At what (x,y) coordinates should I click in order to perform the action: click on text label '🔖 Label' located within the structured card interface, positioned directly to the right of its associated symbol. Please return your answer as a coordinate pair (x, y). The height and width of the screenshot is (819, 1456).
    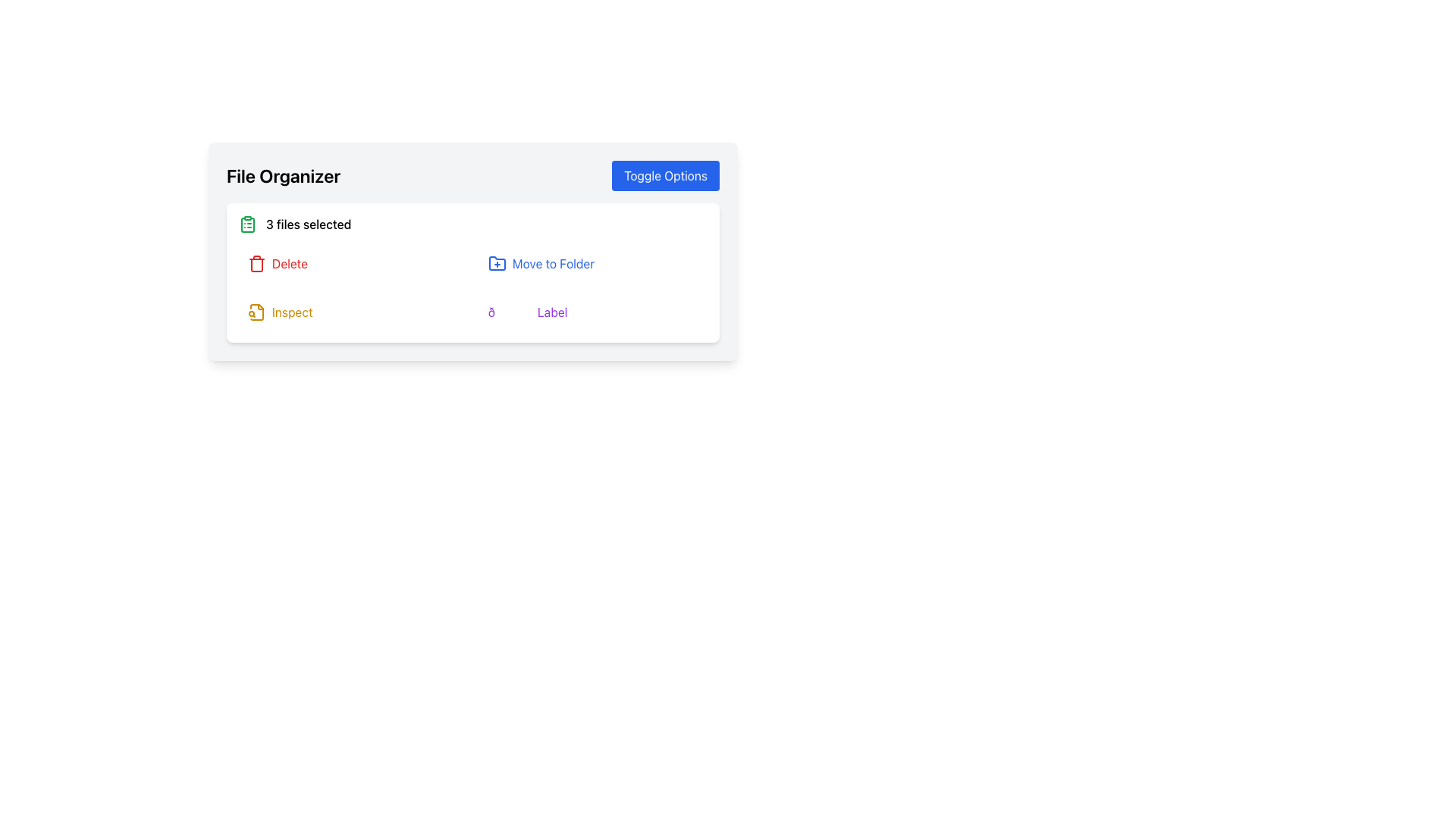
    Looking at the image, I should click on (551, 312).